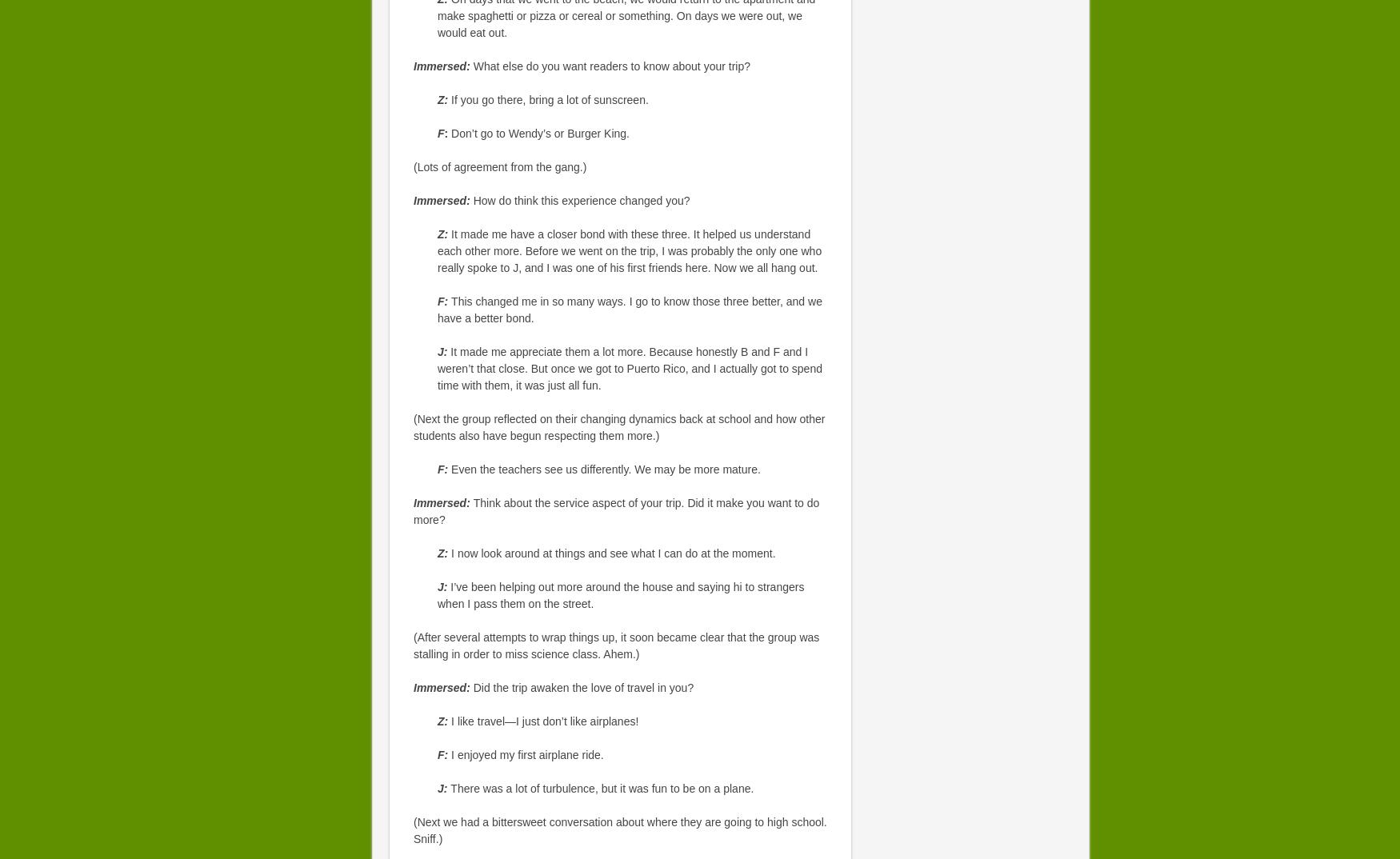 This screenshot has height=859, width=1400. I want to click on '(Lots of agreement from the gang.)', so click(499, 167).